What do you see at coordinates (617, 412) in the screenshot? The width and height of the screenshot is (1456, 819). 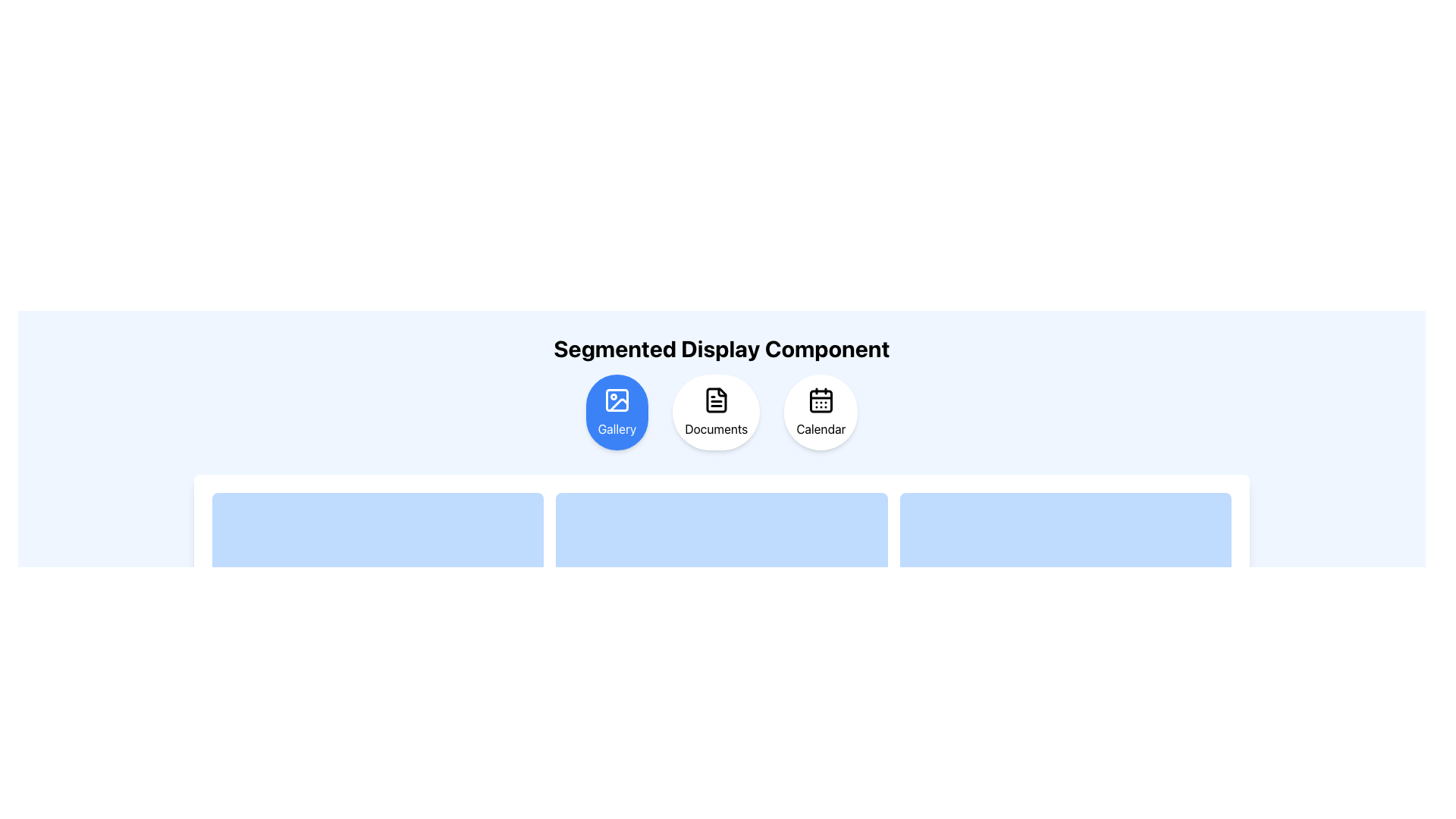 I see `the circular button labeled 'Gallery' with a blue background and a picture frame icon to trigger a tooltip or visual effect` at bounding box center [617, 412].